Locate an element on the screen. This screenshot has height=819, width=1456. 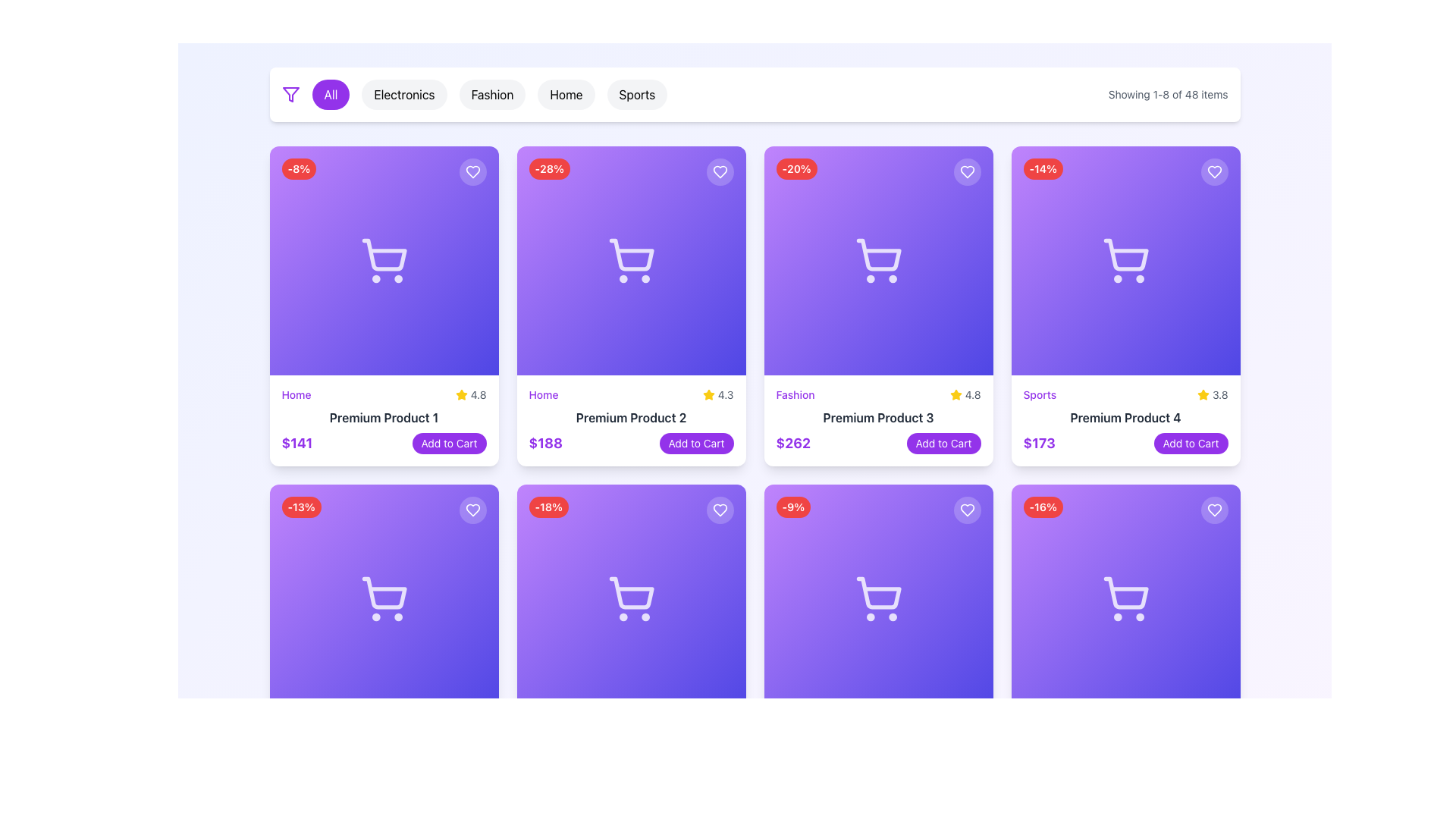
the bold purple text displaying the price '$262' located at the bottom-left corner of the 'Premium Product 3' card, immediately to the left of the 'Add to Cart' button is located at coordinates (792, 444).